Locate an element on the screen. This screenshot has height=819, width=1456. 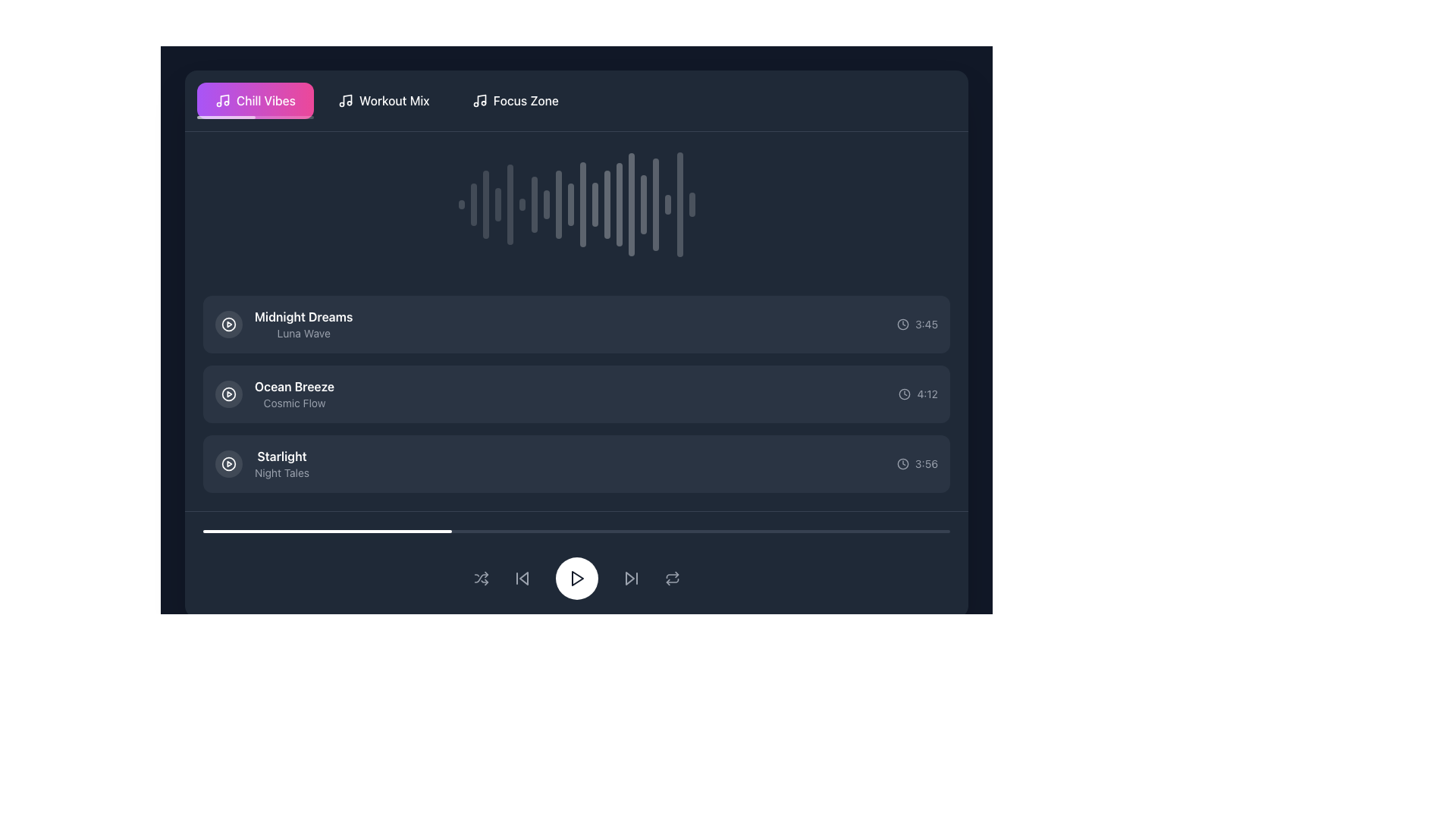
the ninth vertical waveform bar in the series, which visually represents audio amplitude at a specific time point is located at coordinates (557, 205).